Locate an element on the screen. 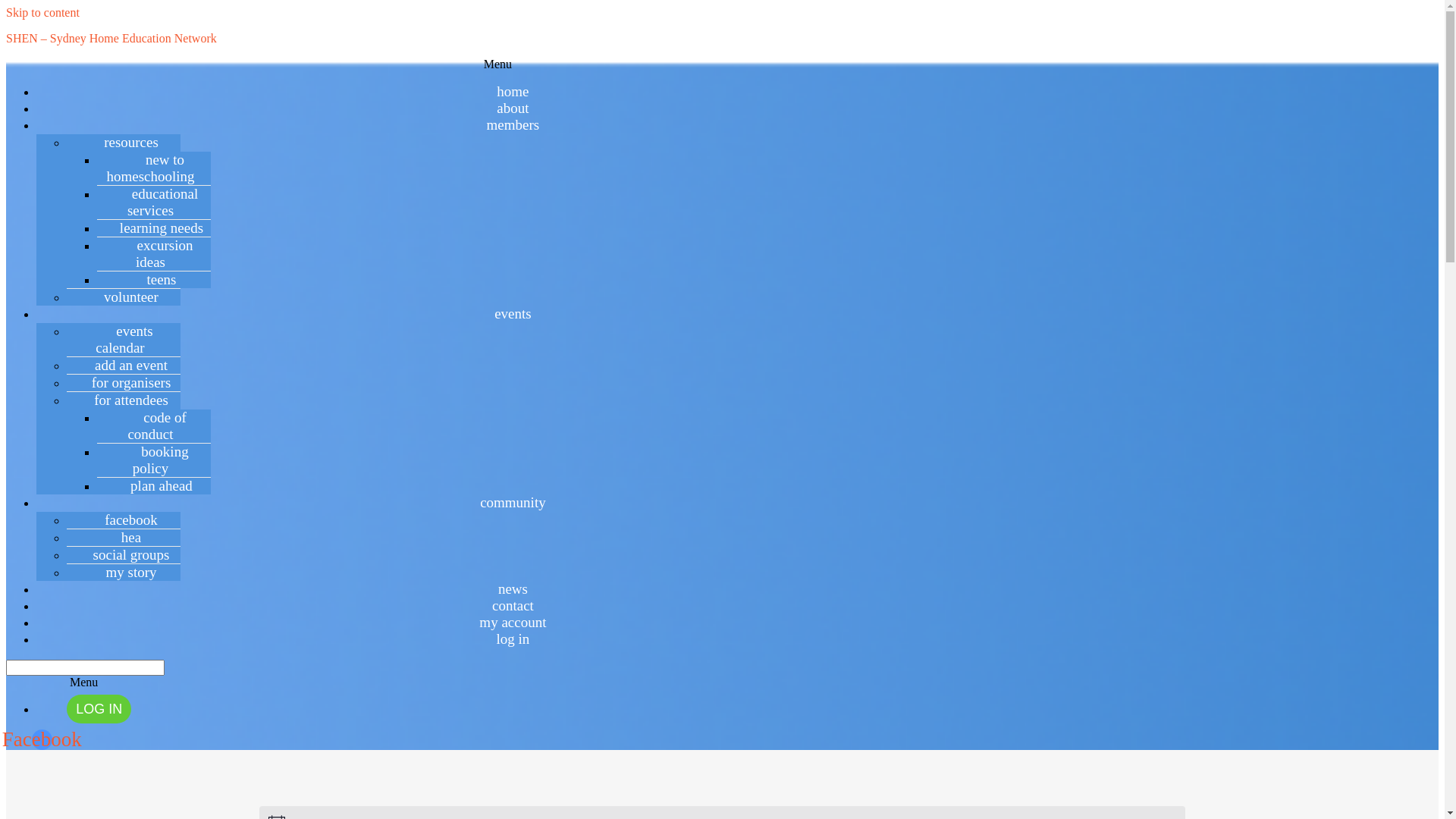  'hea' is located at coordinates (124, 536).